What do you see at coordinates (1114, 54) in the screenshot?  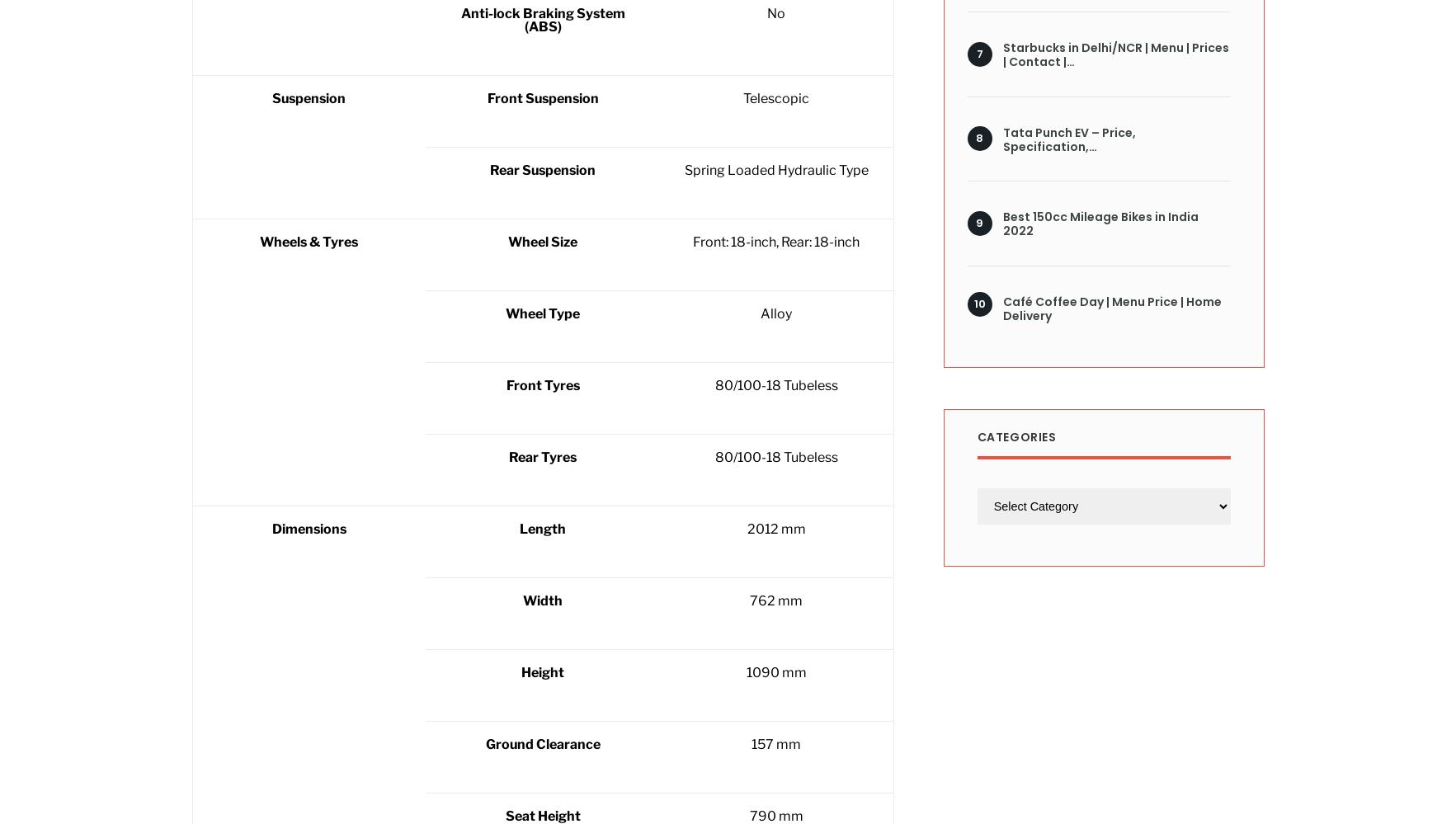 I see `'Starbucks in Delhi/NCR | Menu | Prices | Contact |…'` at bounding box center [1114, 54].